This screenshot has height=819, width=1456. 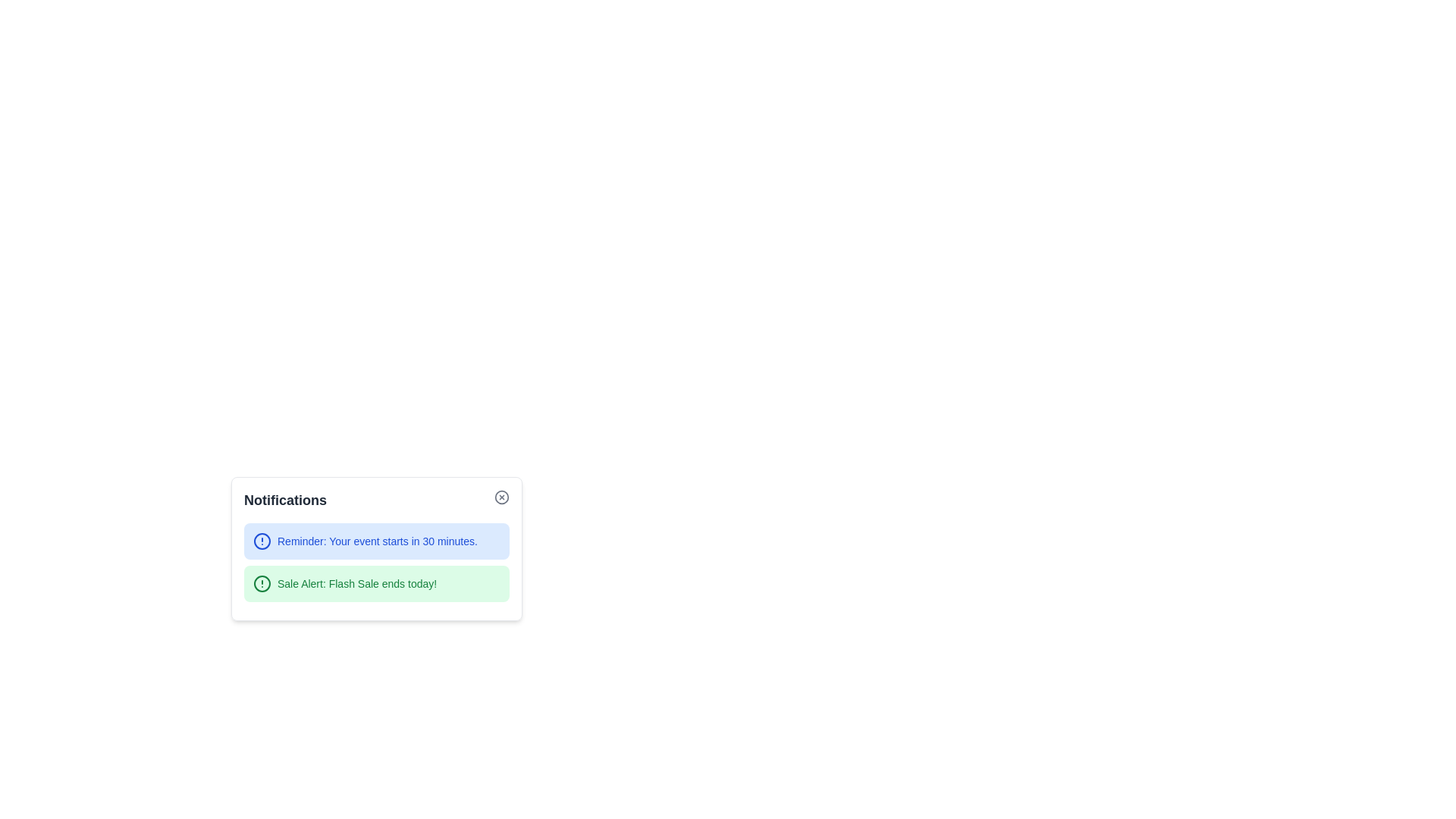 I want to click on the circular blue icon with an outlined border and vertical line inside, located in the top notification card before the text 'Reminder: Your event starts in 30 minutes.', so click(x=262, y=540).